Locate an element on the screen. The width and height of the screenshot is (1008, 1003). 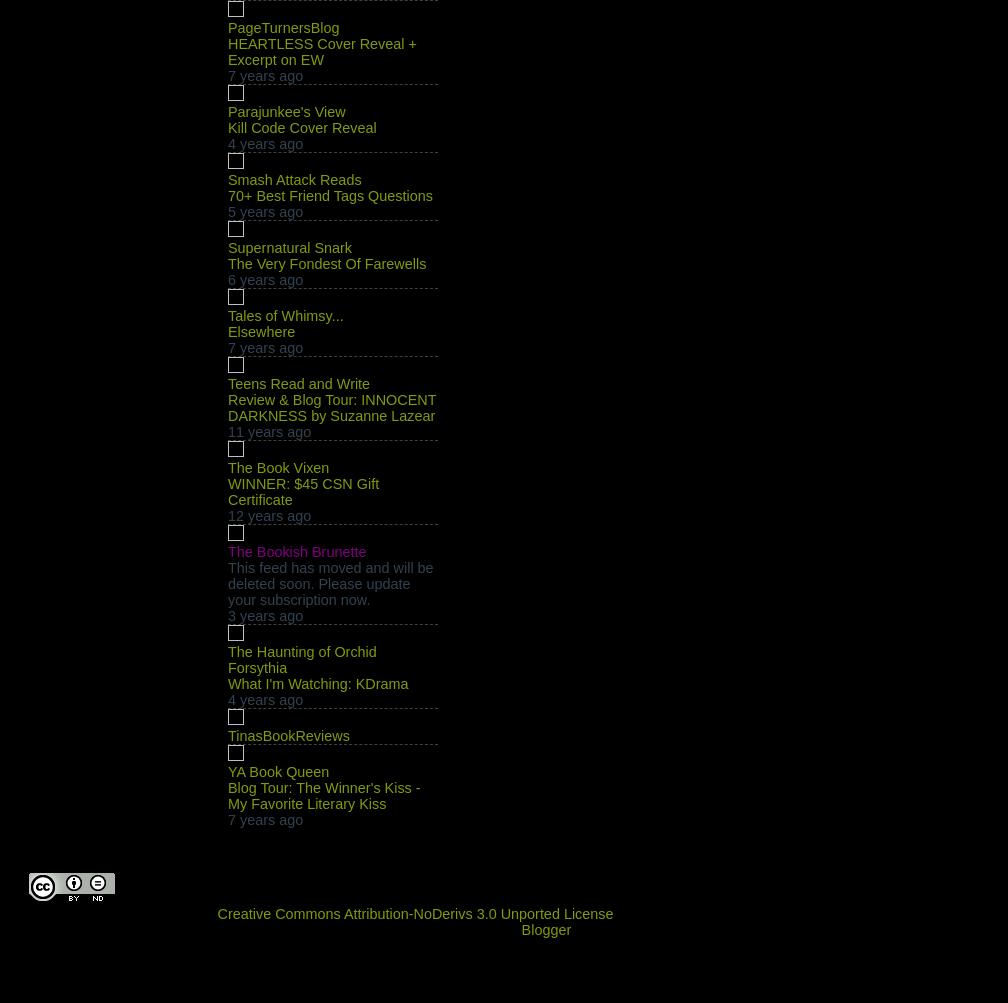
'Blogger' is located at coordinates (521, 928).